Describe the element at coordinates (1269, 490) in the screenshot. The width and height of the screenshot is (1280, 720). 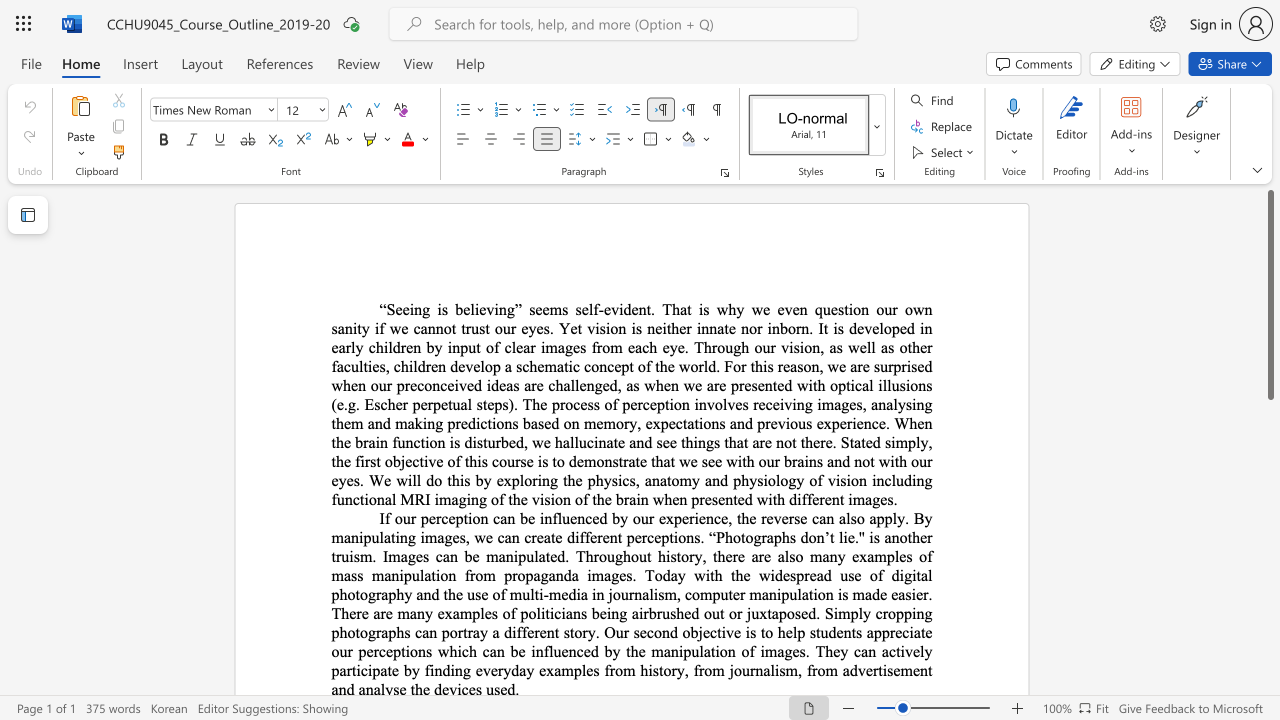
I see `the scrollbar to move the content lower` at that location.